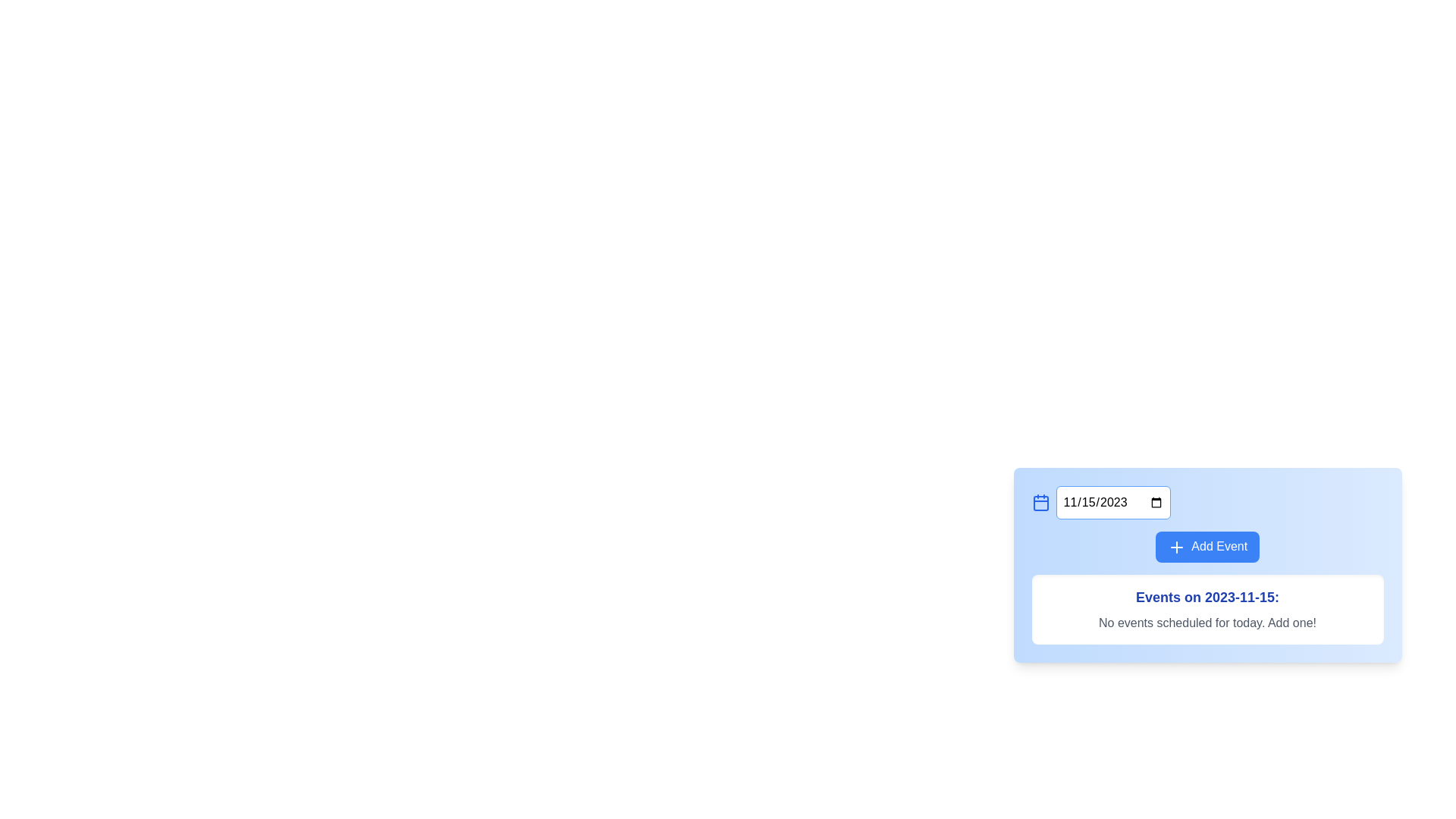  I want to click on the Text Label that displays 'No events scheduled for today. Add one!' located beneath the heading 'Events on 2023-11-15:' in a white rectangular section, so click(1207, 623).